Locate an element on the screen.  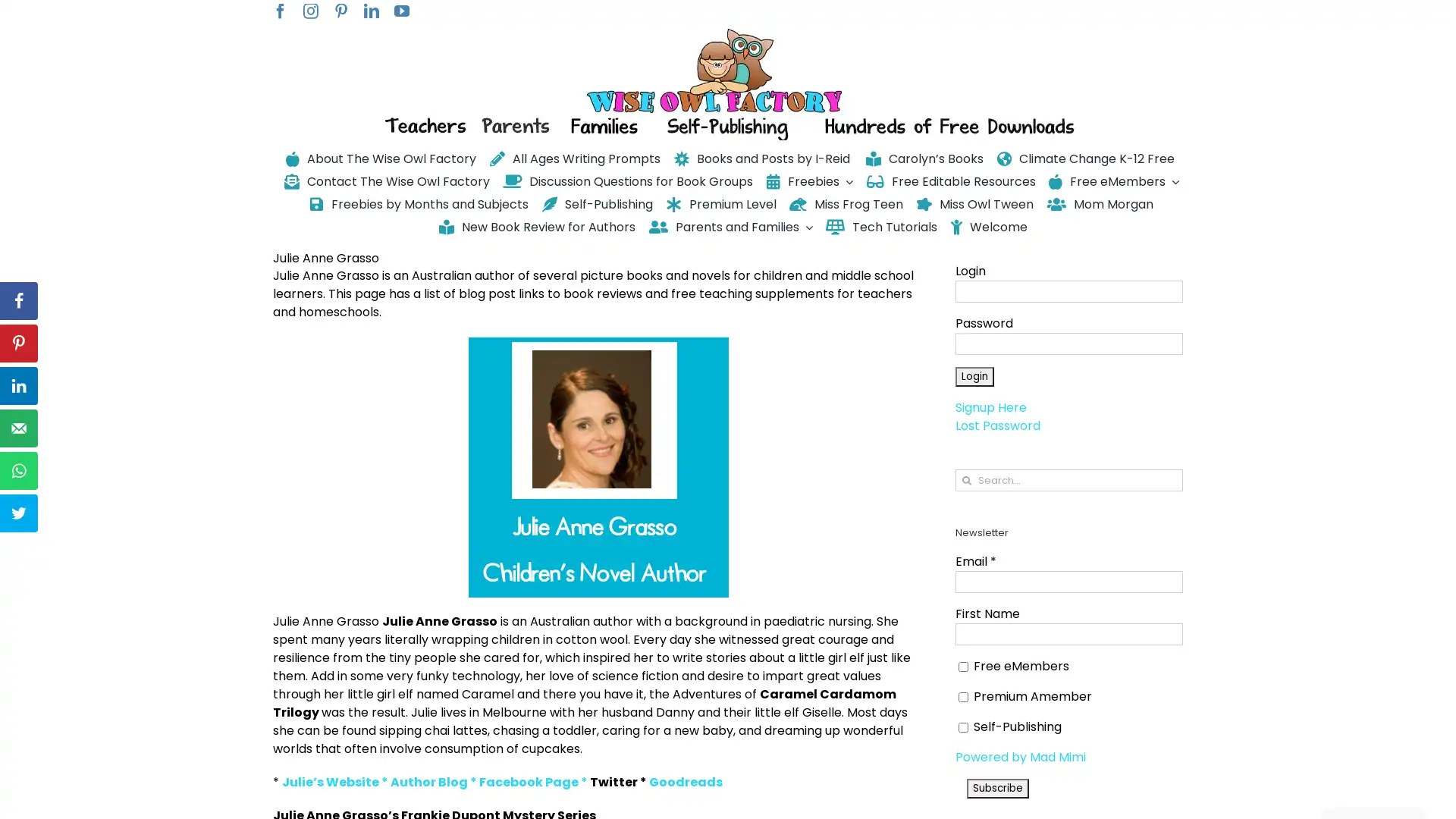
Subscribe is located at coordinates (997, 786).